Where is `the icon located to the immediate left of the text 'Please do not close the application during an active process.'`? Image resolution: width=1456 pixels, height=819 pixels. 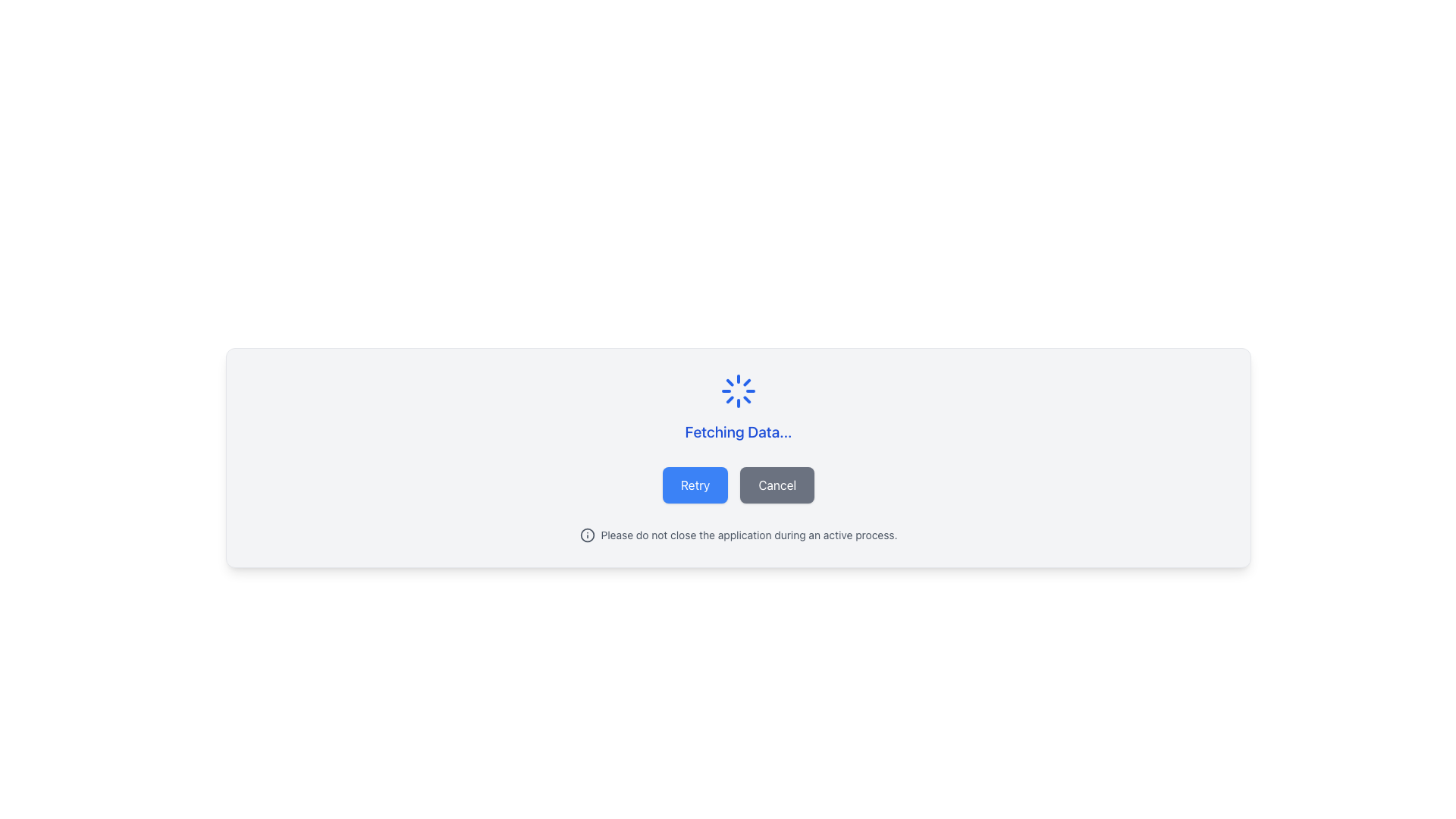
the icon located to the immediate left of the text 'Please do not close the application during an active process.' is located at coordinates (586, 534).